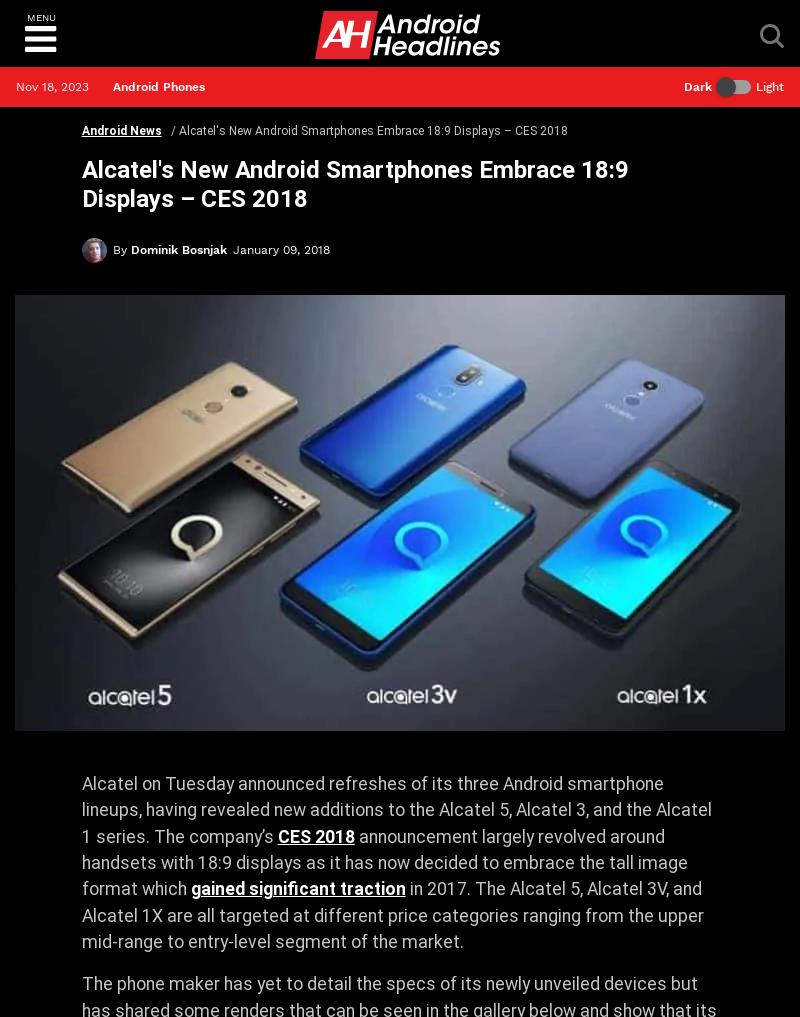  Describe the element at coordinates (119, 129) in the screenshot. I see `'Android News'` at that location.